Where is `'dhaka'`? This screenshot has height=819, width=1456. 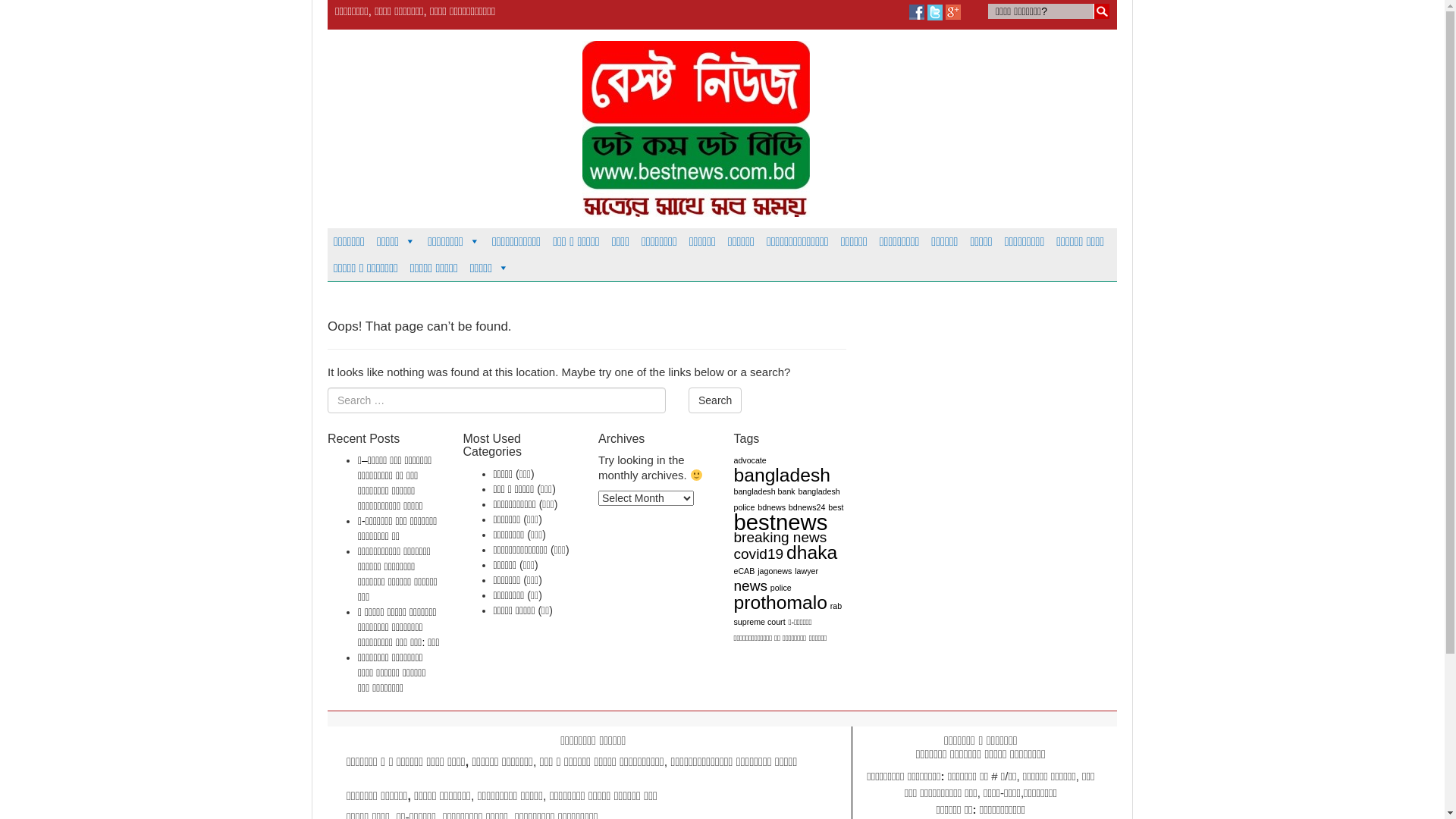 'dhaka' is located at coordinates (811, 552).